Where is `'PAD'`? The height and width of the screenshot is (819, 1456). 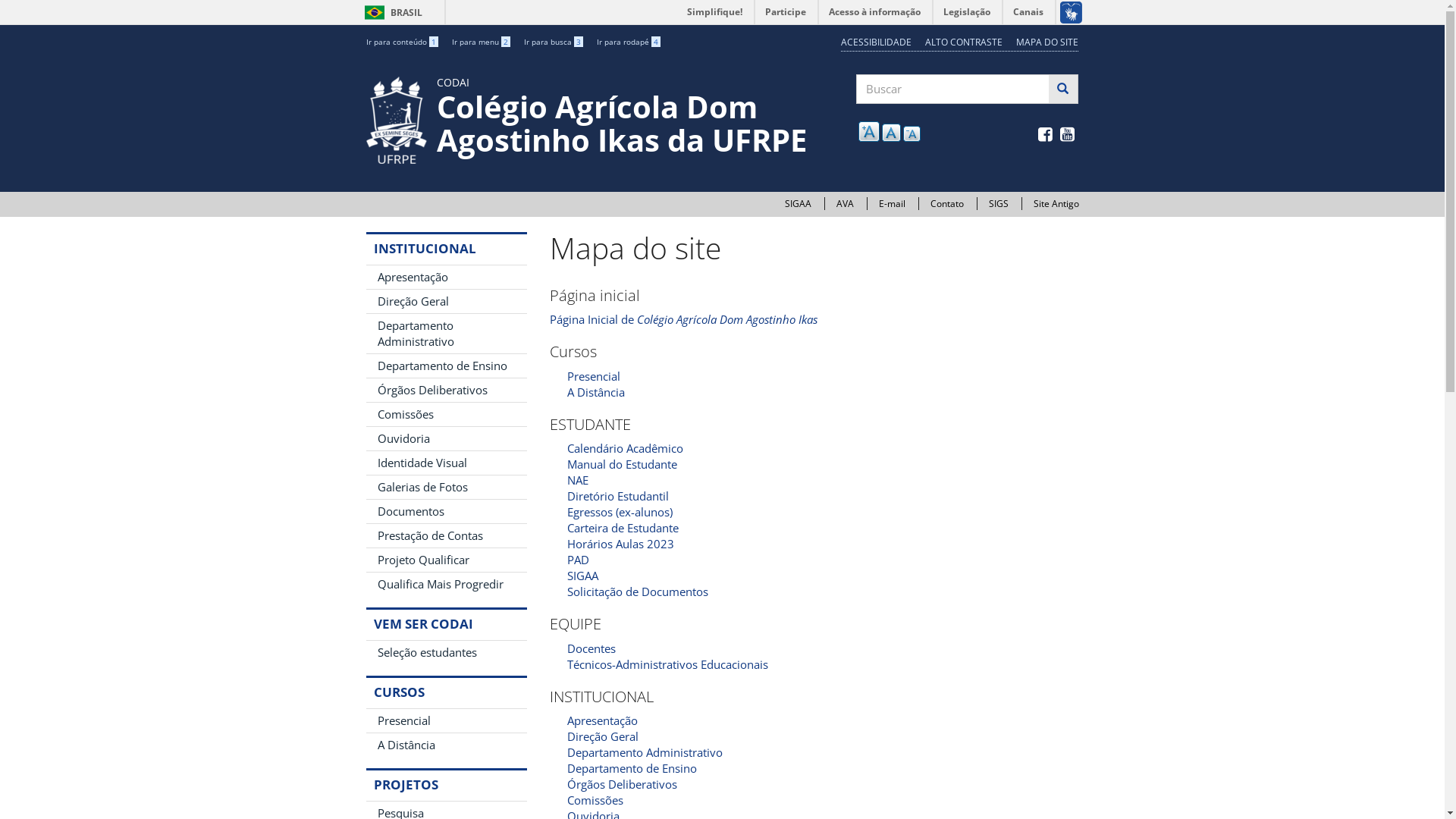
'PAD' is located at coordinates (566, 559).